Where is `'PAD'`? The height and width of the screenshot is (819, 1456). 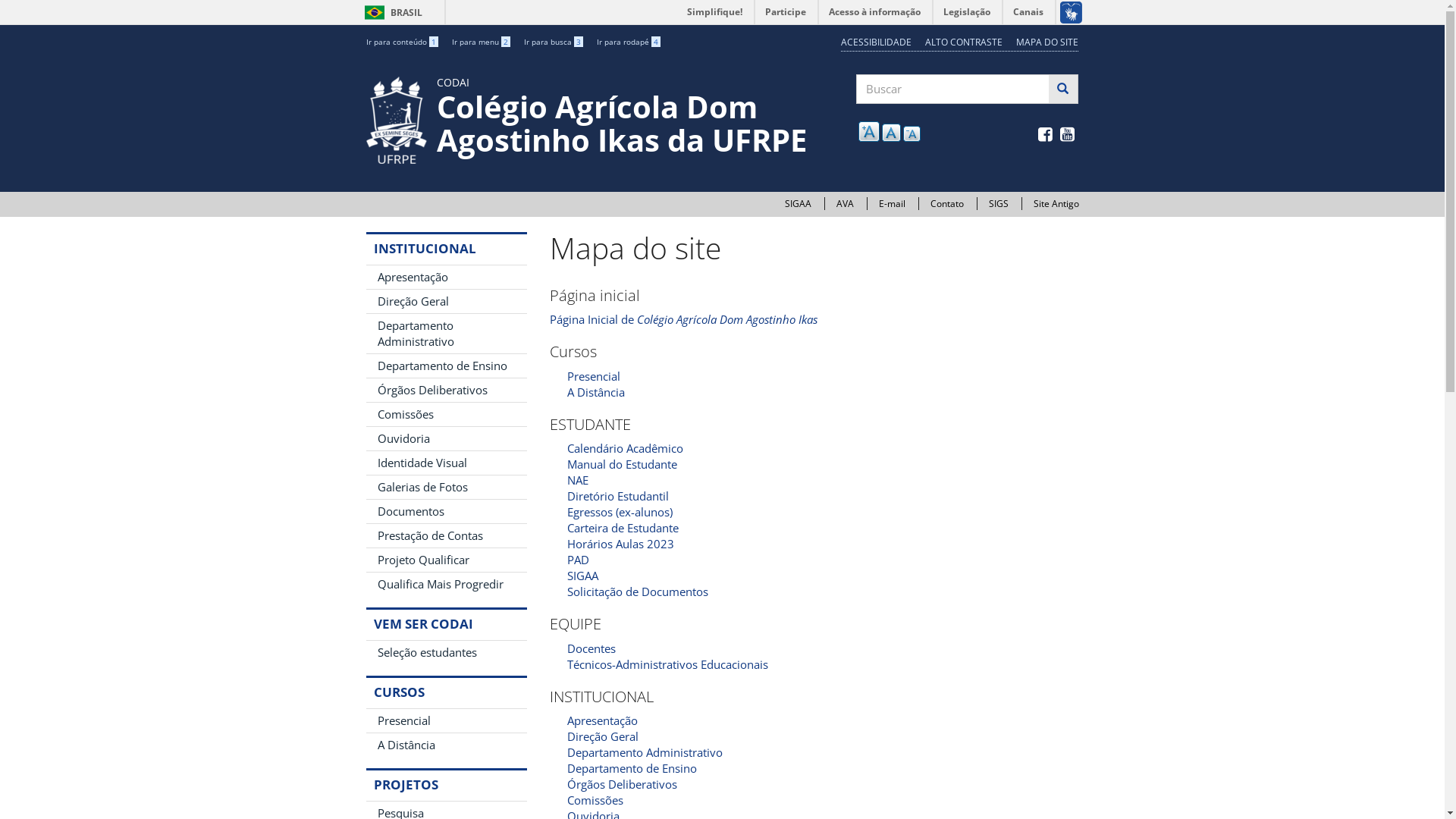
'PAD' is located at coordinates (566, 559).